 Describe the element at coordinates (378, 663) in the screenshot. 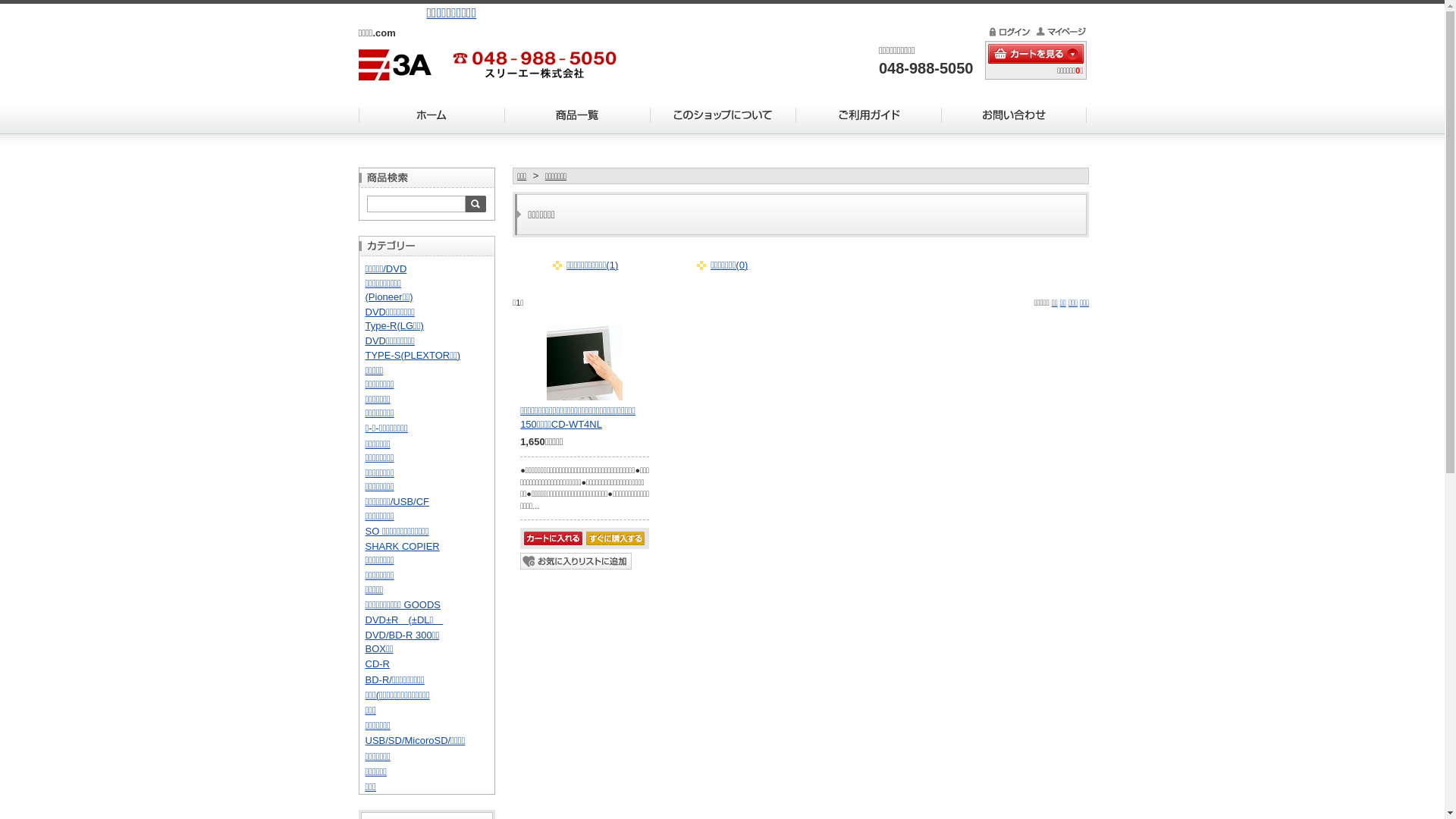

I see `'CD-R'` at that location.